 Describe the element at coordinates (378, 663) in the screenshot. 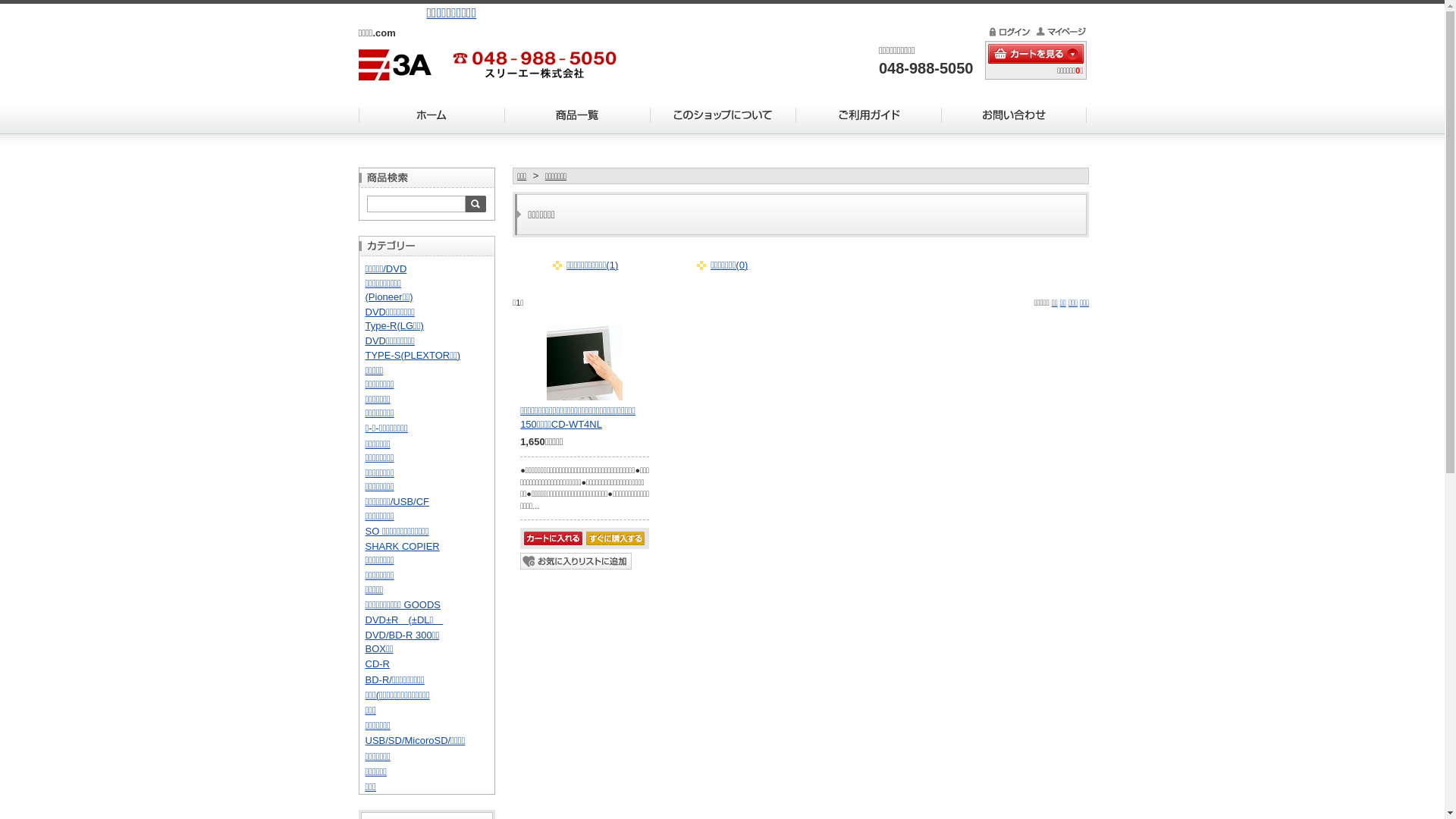

I see `'CD-R'` at that location.